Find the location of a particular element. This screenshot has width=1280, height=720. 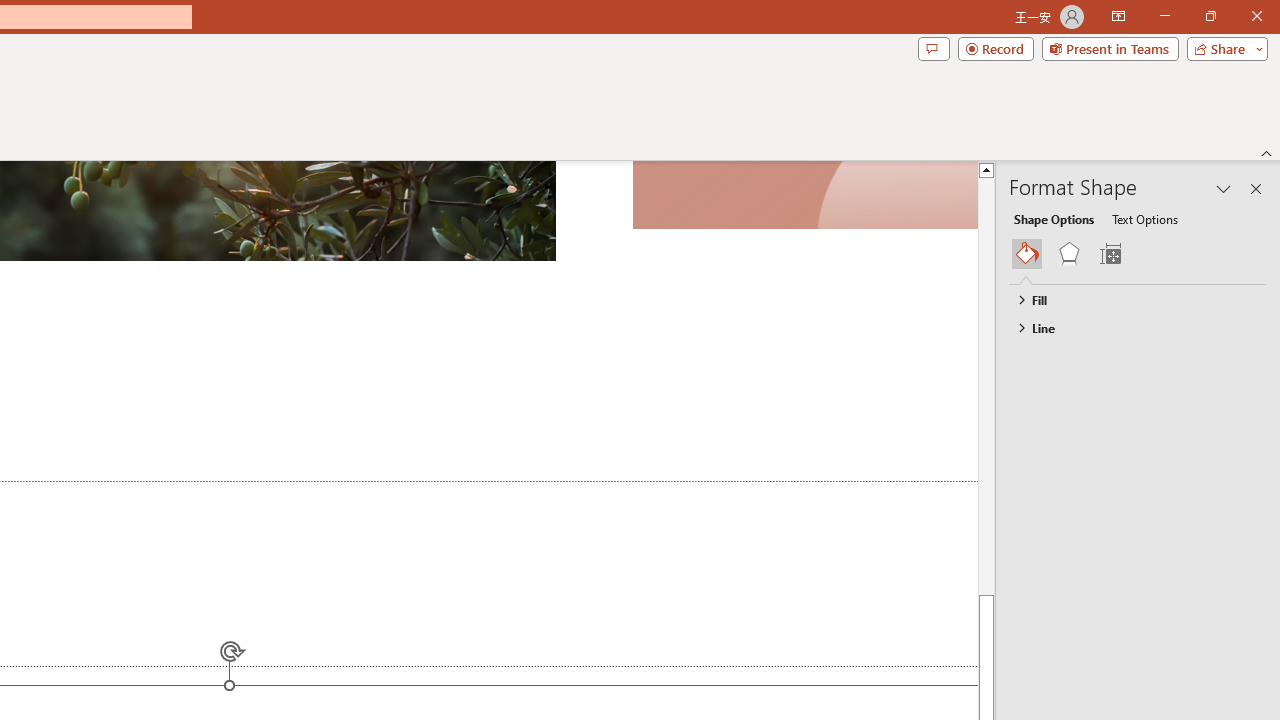

'Shape Options' is located at coordinates (1053, 218).